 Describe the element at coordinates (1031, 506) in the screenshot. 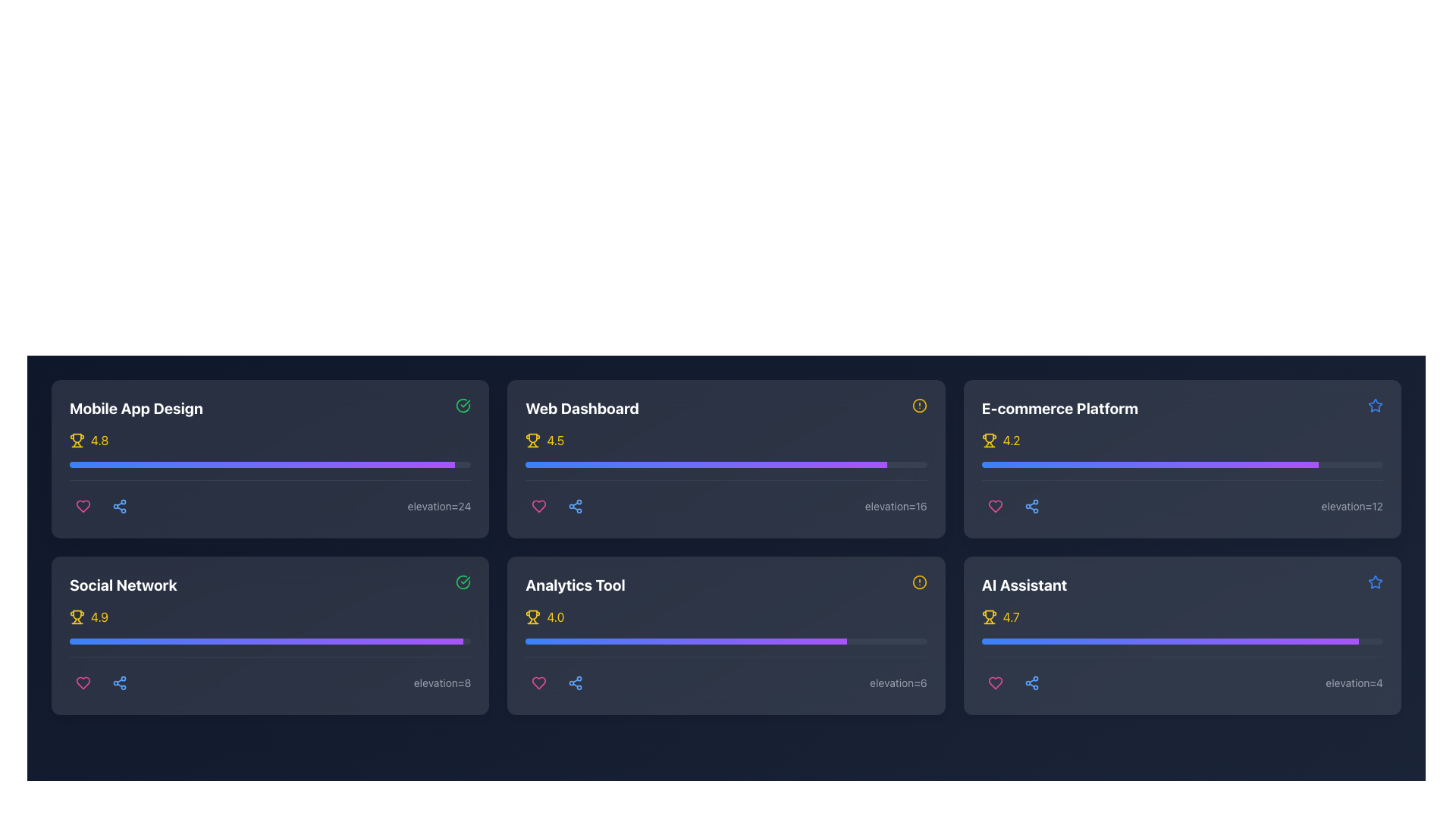

I see `the circular blue button with a connection icon located at the bottom right of the 'E-commerce Platform' card` at that location.